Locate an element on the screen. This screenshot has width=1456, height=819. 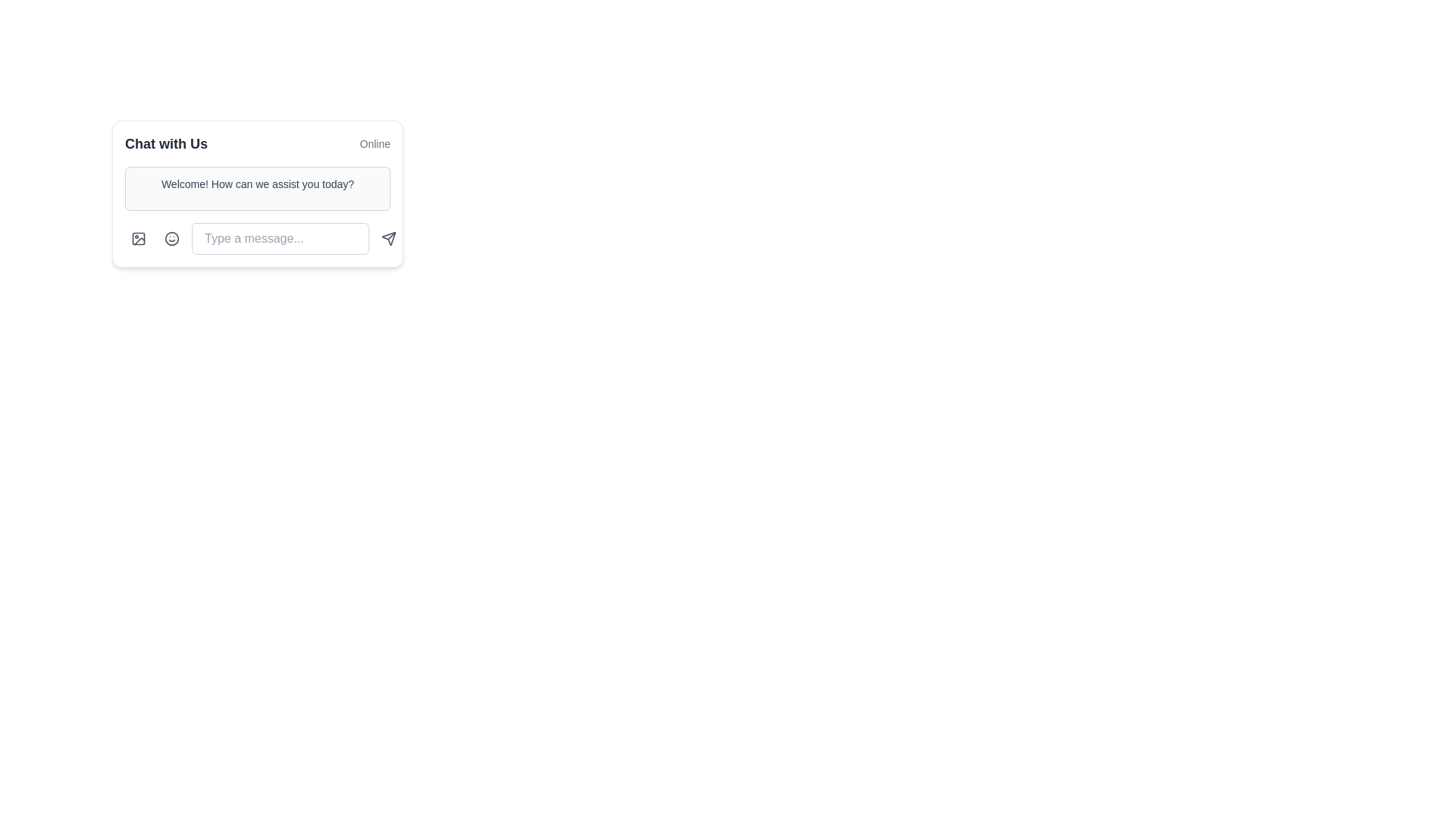
the file onto the upload button located is located at coordinates (138, 239).